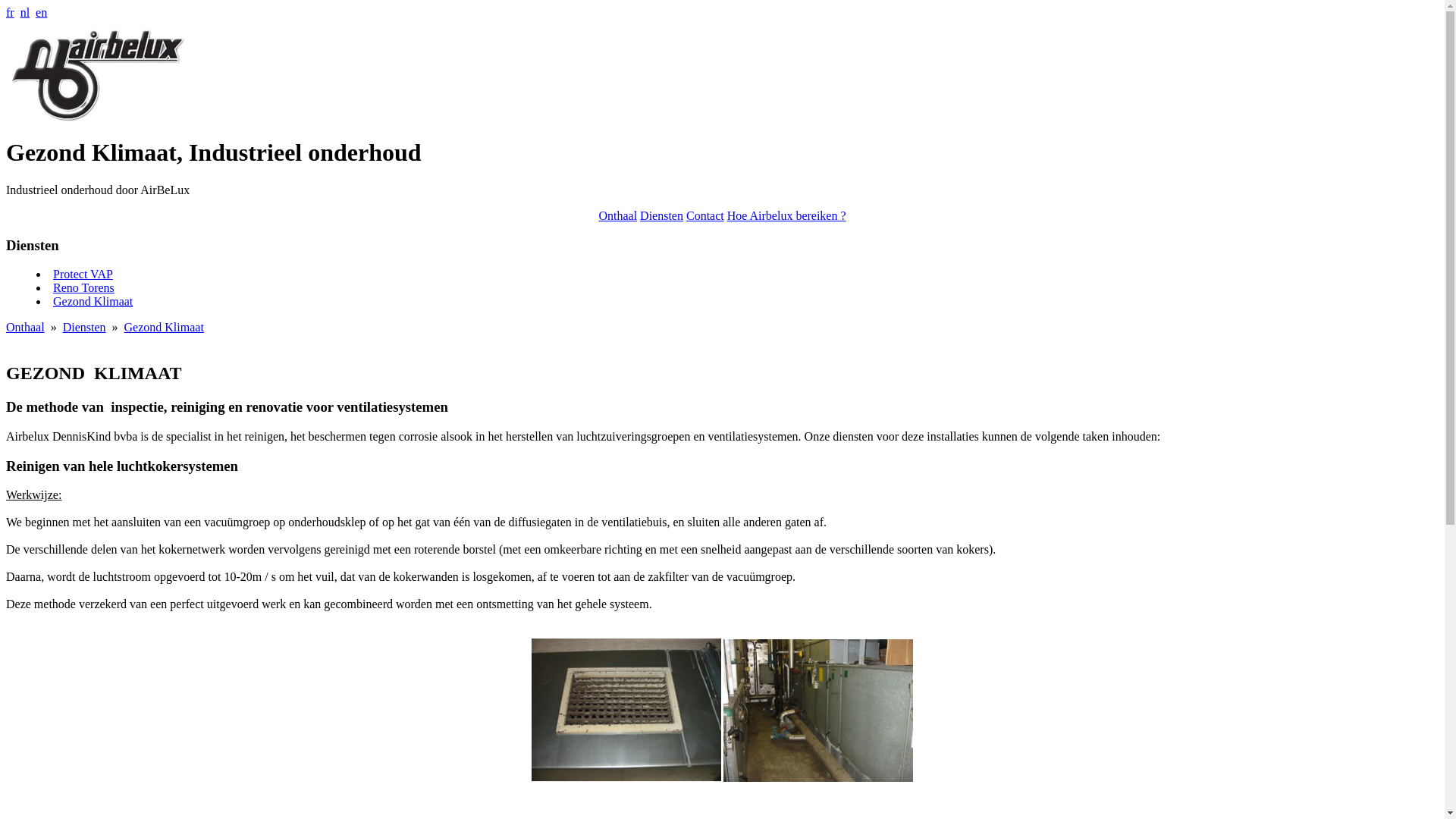 The image size is (1456, 819). I want to click on 'Diensten', so click(83, 326).